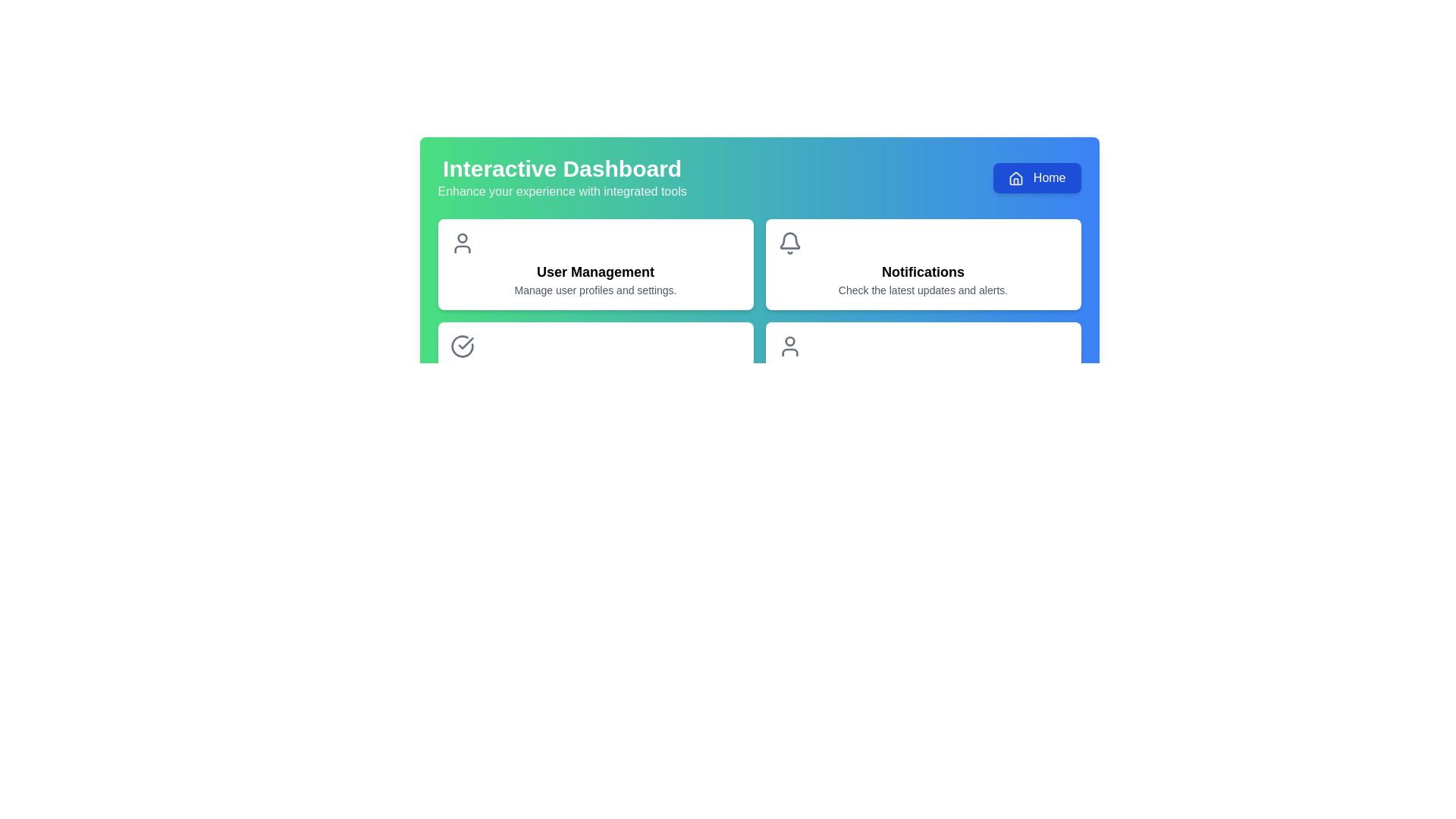 The image size is (1456, 819). I want to click on the decorative component representing the head within the user avatar illustration, which is part of the user icon graphic on the 'User Management' card, so click(461, 238).